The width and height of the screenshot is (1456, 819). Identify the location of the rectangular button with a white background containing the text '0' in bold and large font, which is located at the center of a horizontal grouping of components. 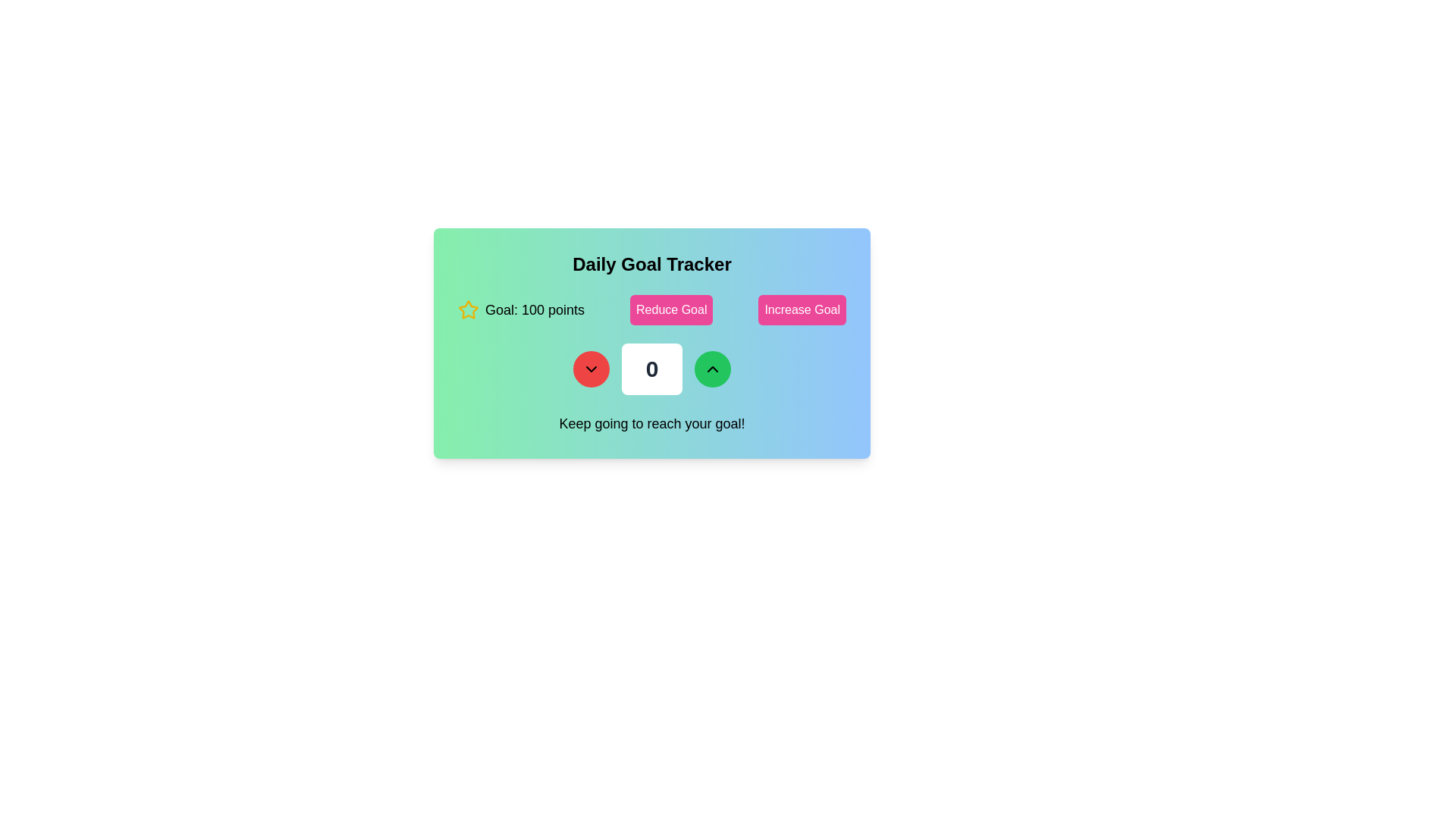
(651, 369).